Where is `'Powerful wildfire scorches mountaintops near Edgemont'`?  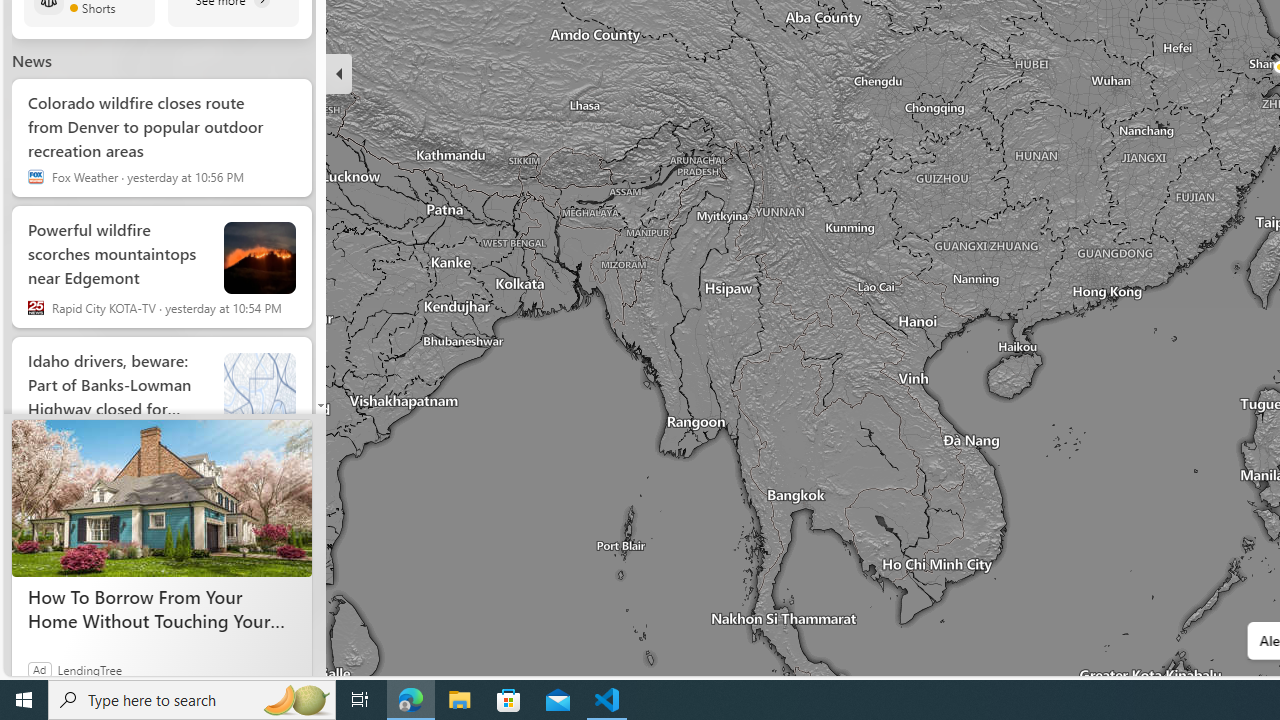 'Powerful wildfire scorches mountaintops near Edgemont' is located at coordinates (116, 248).